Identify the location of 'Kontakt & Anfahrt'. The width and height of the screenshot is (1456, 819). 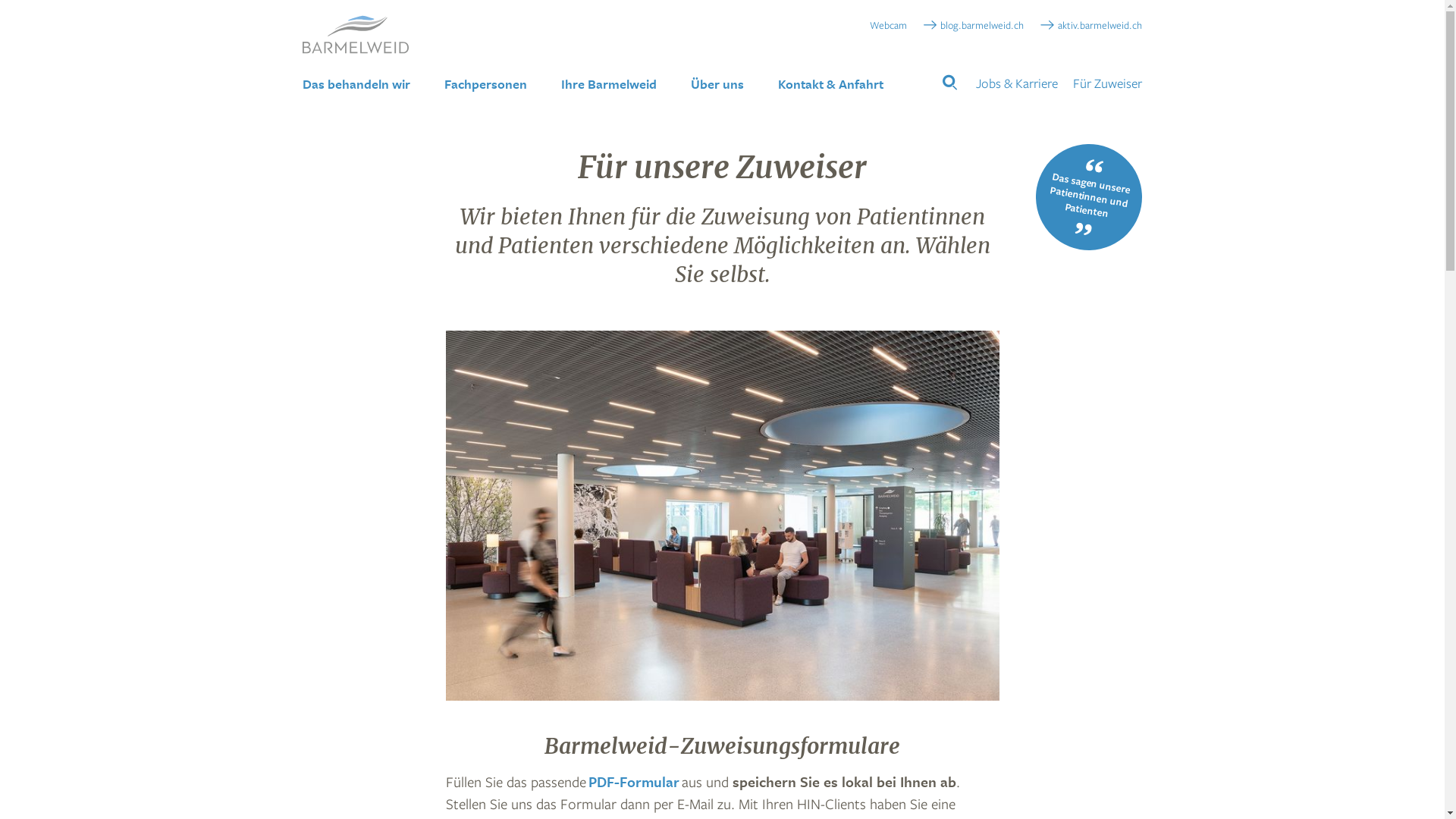
(830, 84).